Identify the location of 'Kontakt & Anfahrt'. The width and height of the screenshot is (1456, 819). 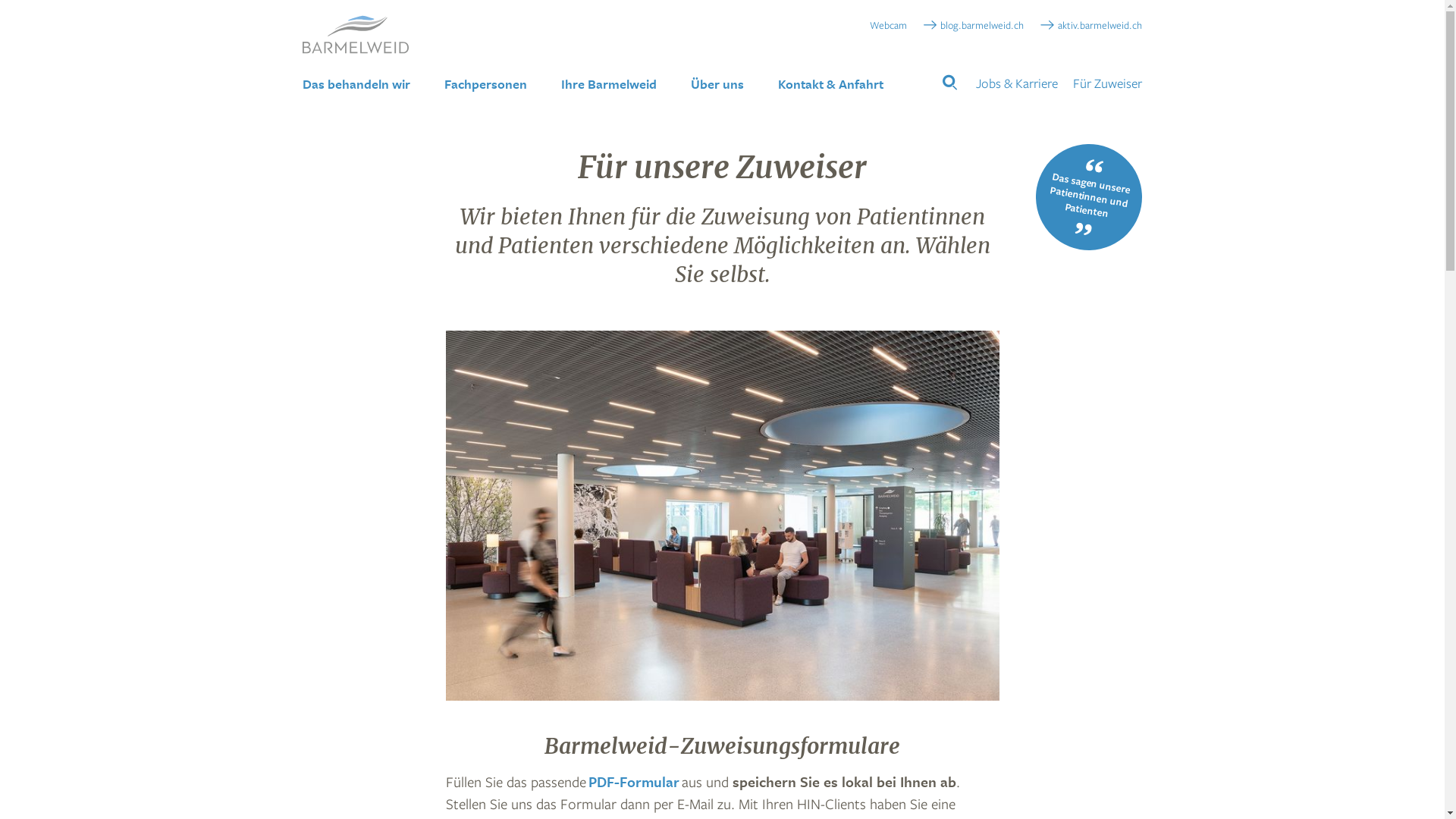
(830, 84).